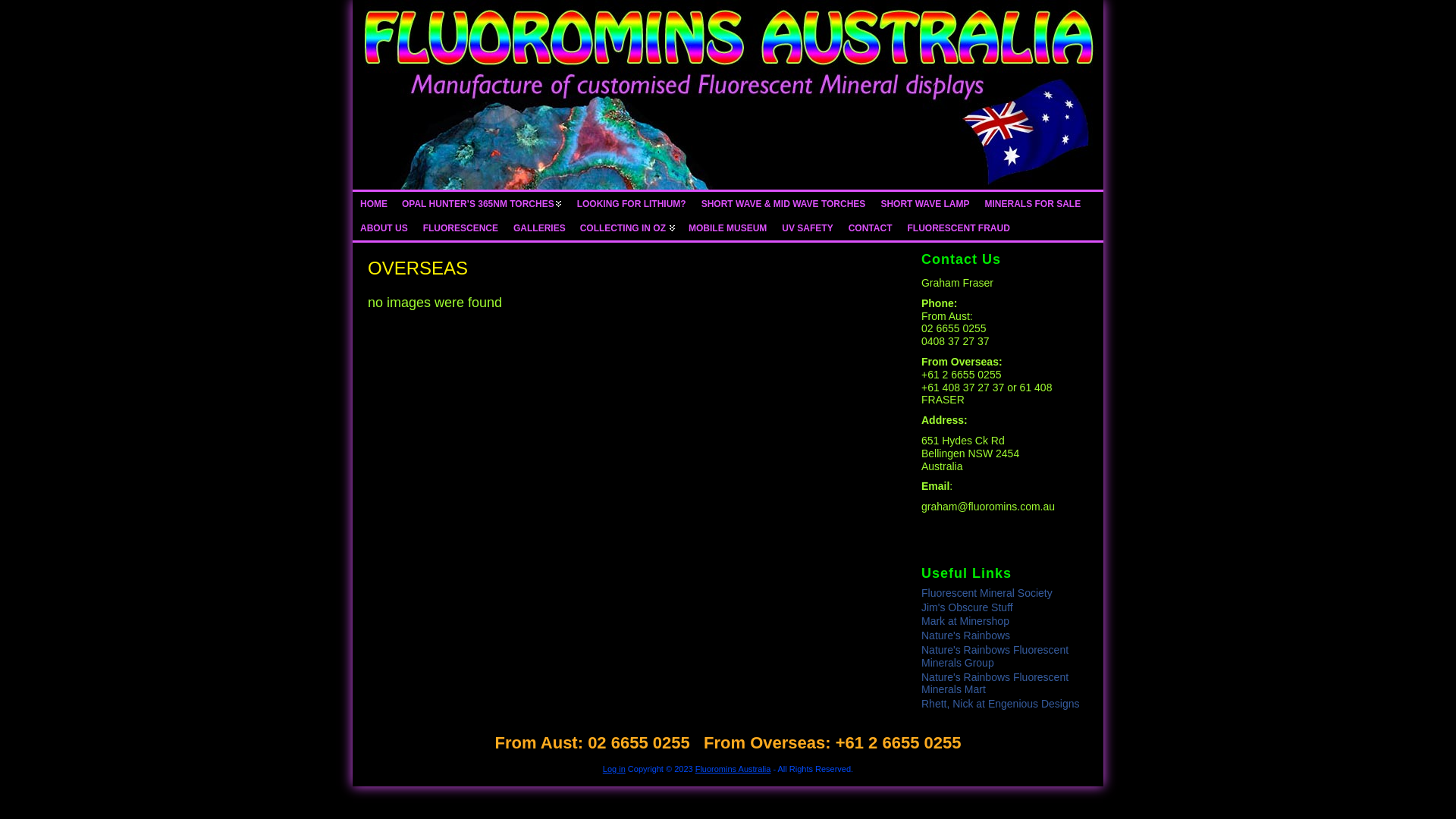  I want to click on 'Rhett, Nick at Engenious Designs', so click(920, 704).